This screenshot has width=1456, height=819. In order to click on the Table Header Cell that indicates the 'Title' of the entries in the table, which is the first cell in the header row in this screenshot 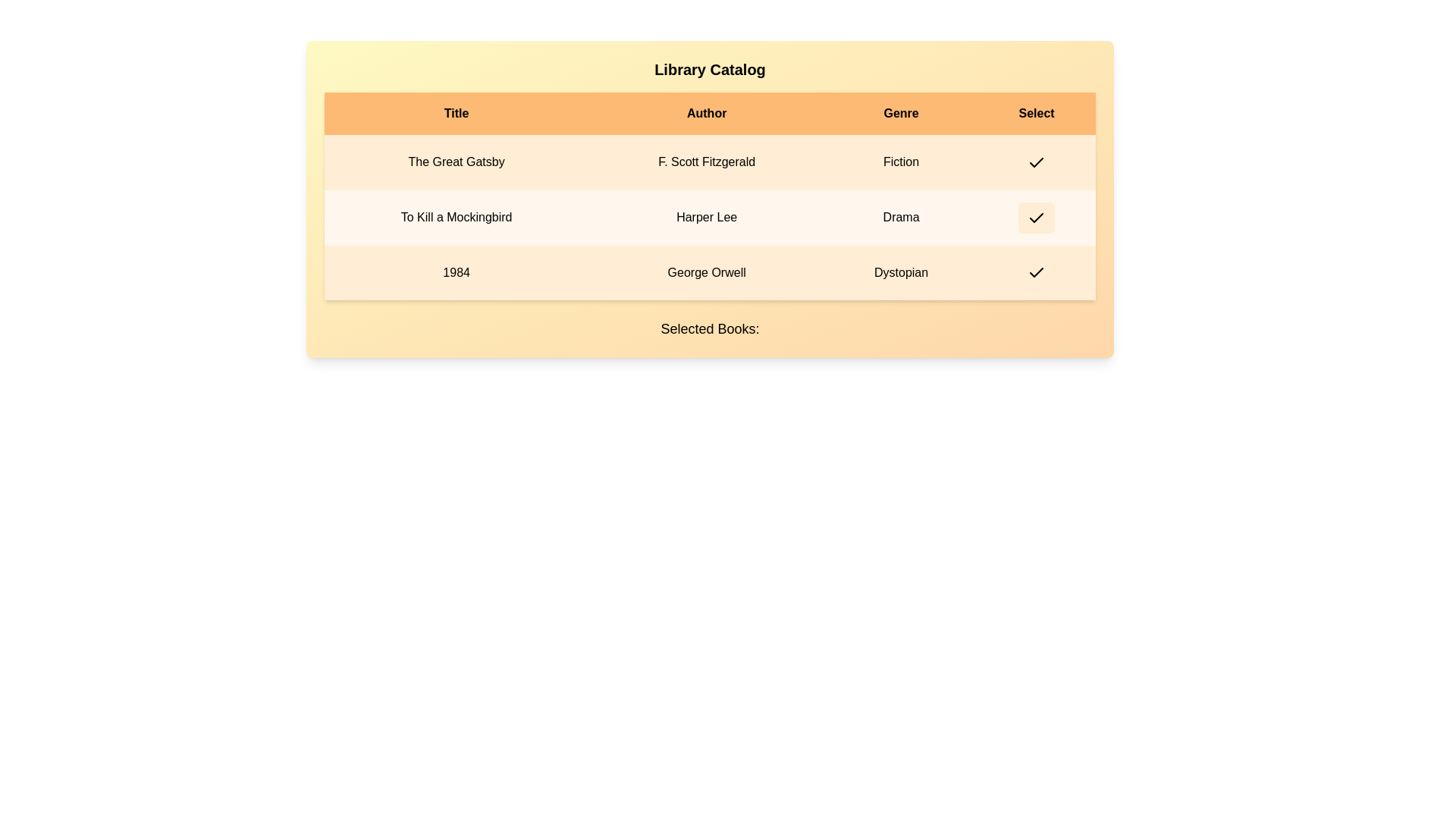, I will do `click(456, 113)`.